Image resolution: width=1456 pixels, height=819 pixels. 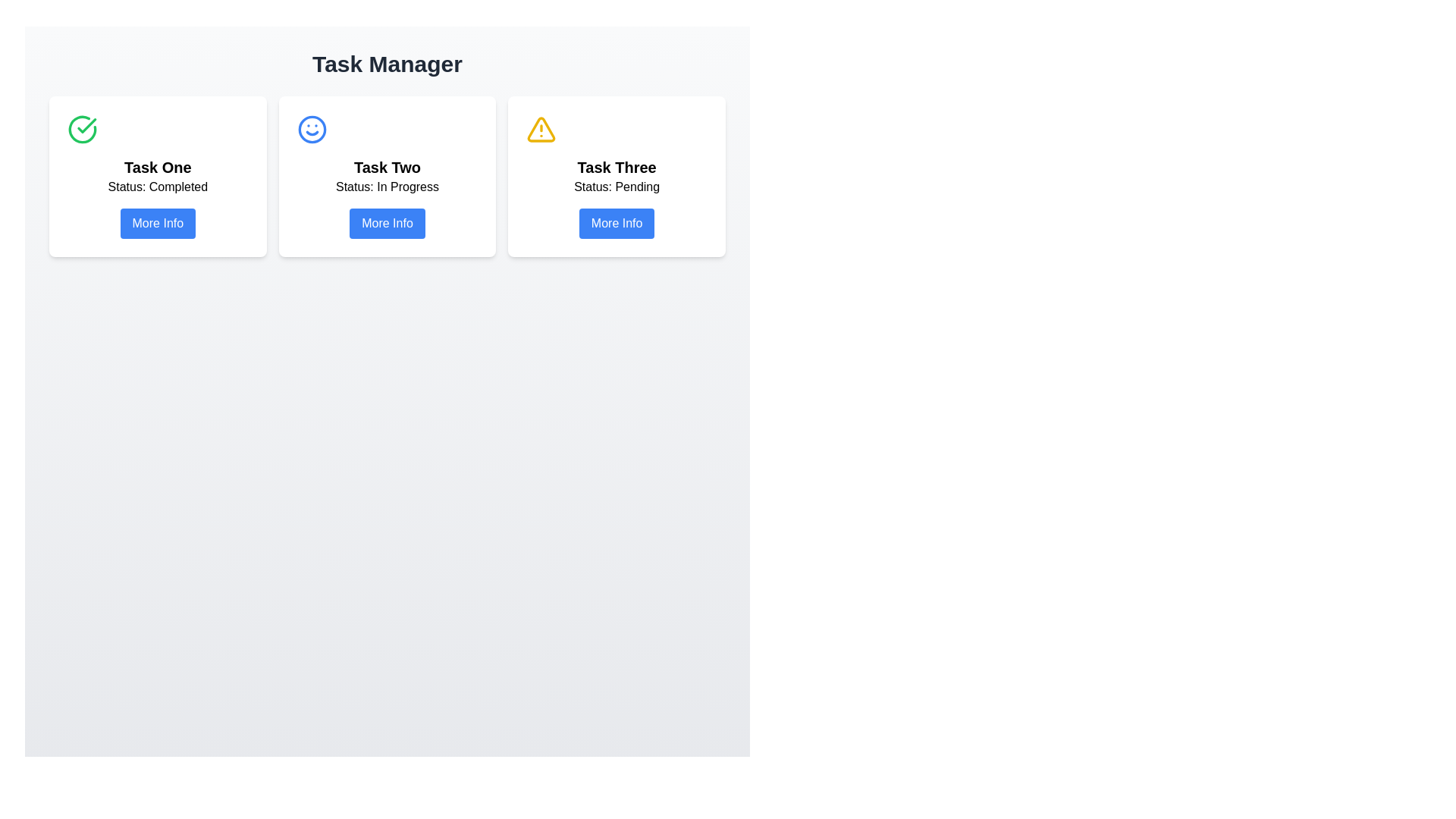 What do you see at coordinates (158, 223) in the screenshot?
I see `the button located at the bottom center of the 'Task One' card, which shows the status 'Completed', to change its background color` at bounding box center [158, 223].